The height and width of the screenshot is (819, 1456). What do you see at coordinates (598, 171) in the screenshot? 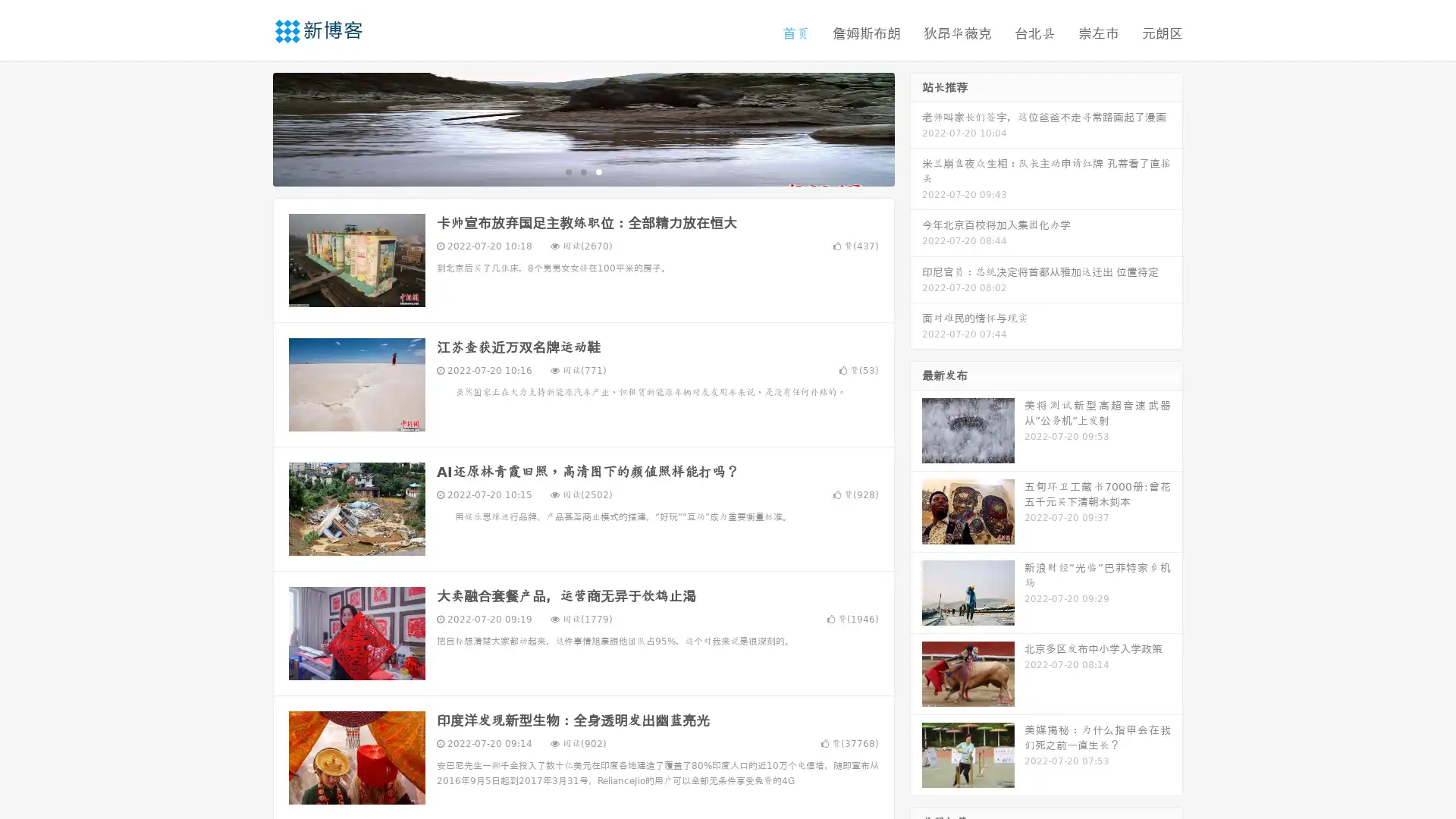
I see `Go to slide 3` at bounding box center [598, 171].